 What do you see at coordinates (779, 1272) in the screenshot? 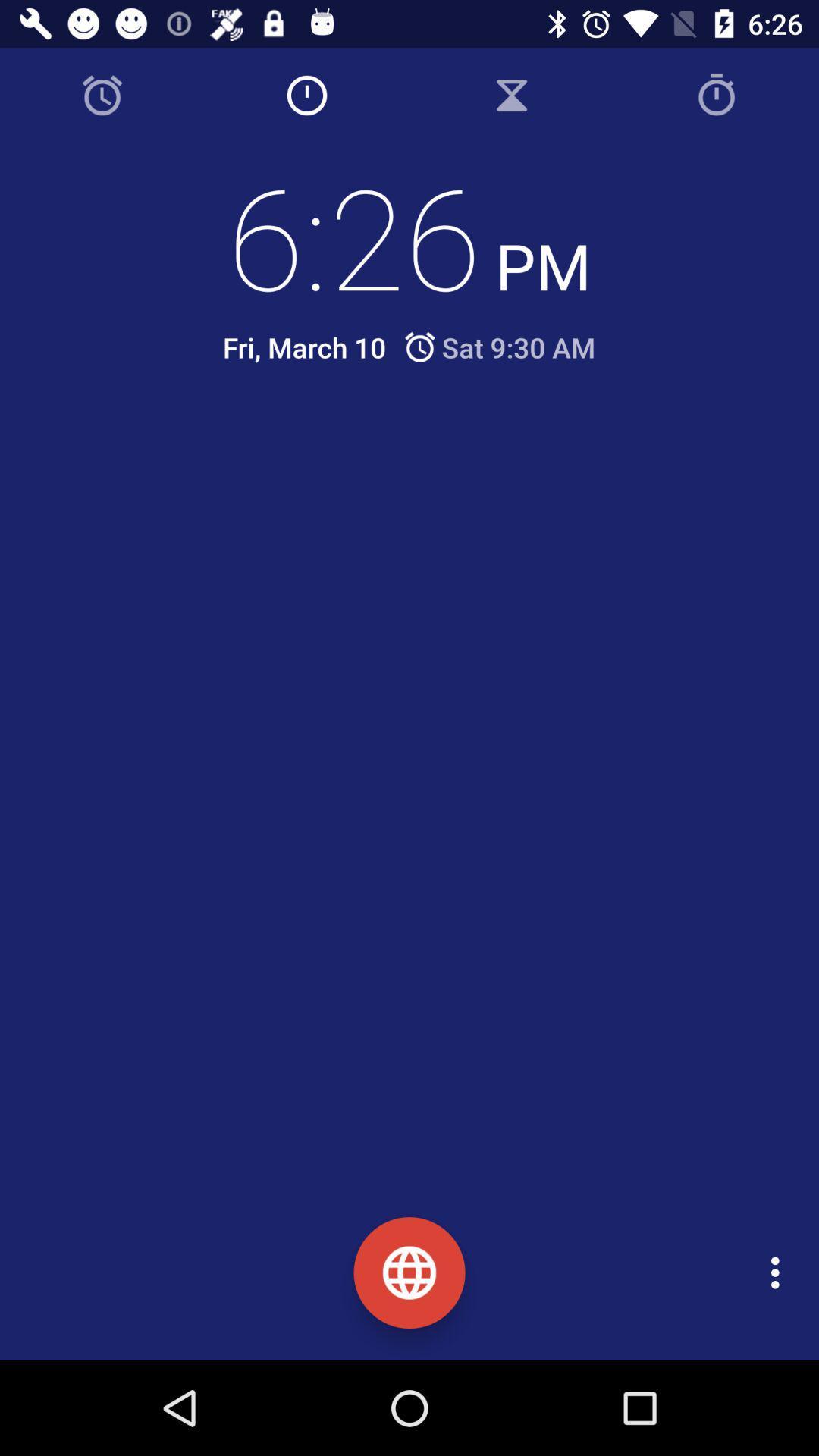
I see `the icon at the bottom right corner` at bounding box center [779, 1272].